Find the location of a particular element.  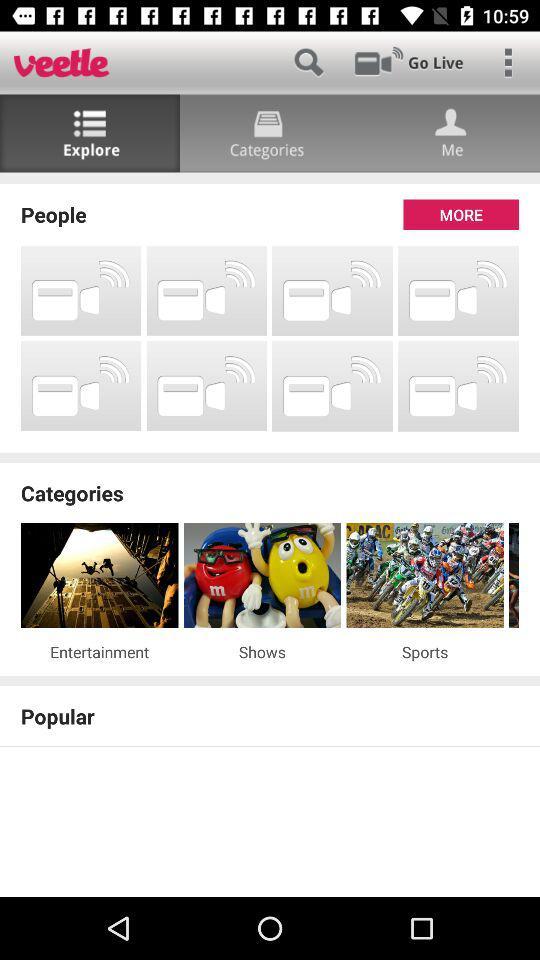

search videos is located at coordinates (308, 62).